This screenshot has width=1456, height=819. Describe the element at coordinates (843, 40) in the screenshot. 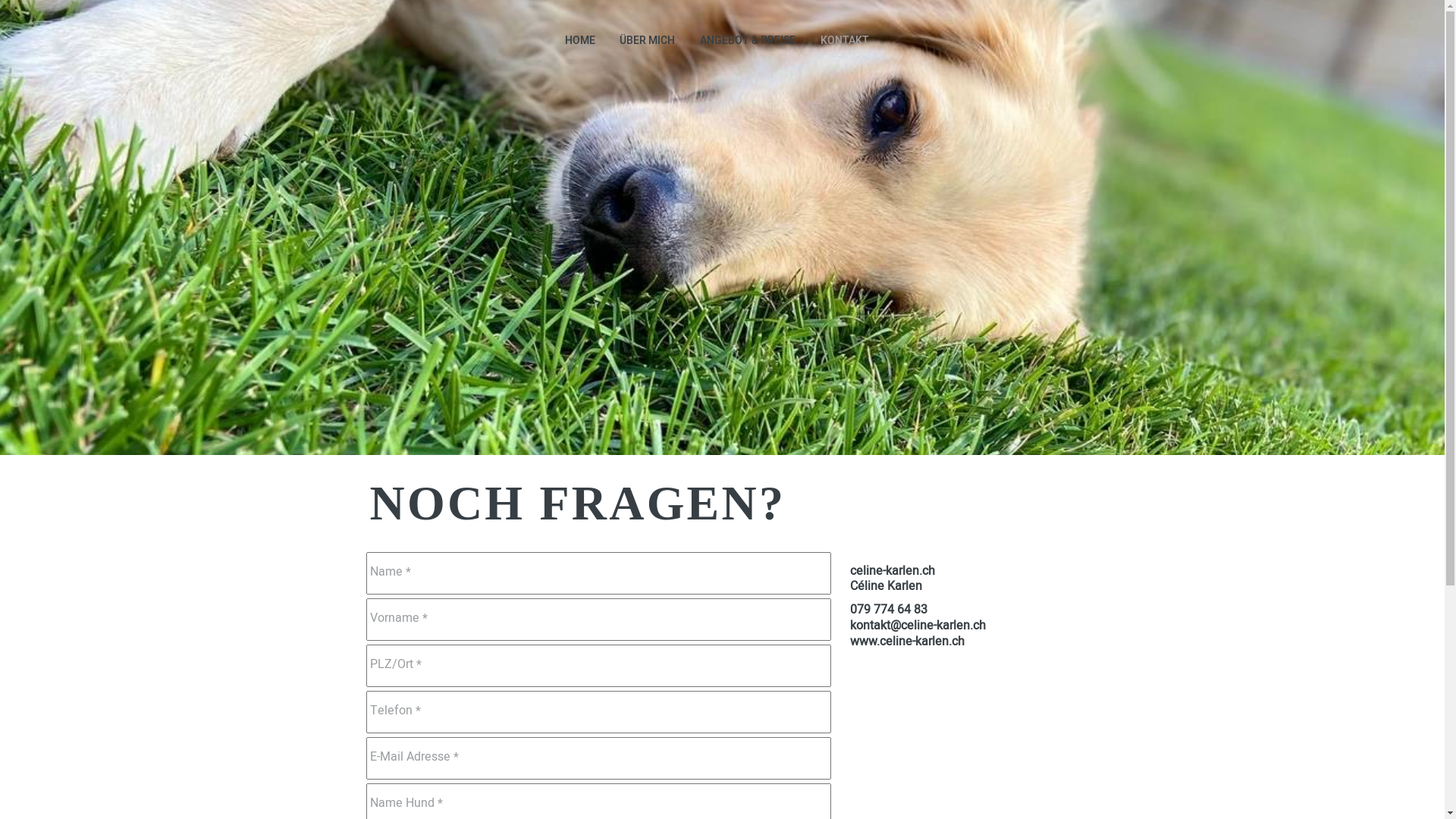

I see `'KONTAKT'` at that location.